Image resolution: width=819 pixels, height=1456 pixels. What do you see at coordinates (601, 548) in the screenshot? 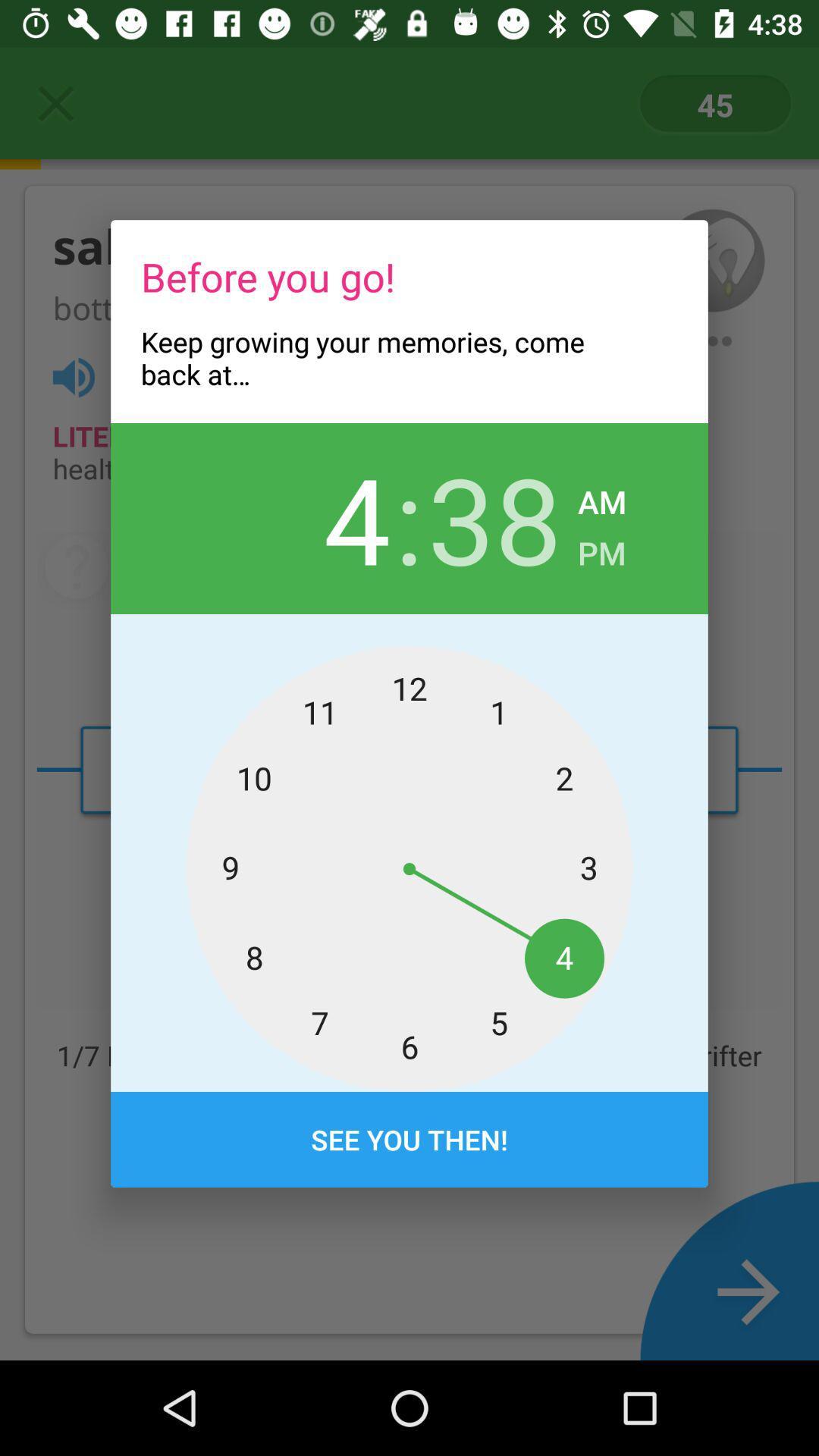
I see `the icon next to 38 icon` at bounding box center [601, 548].